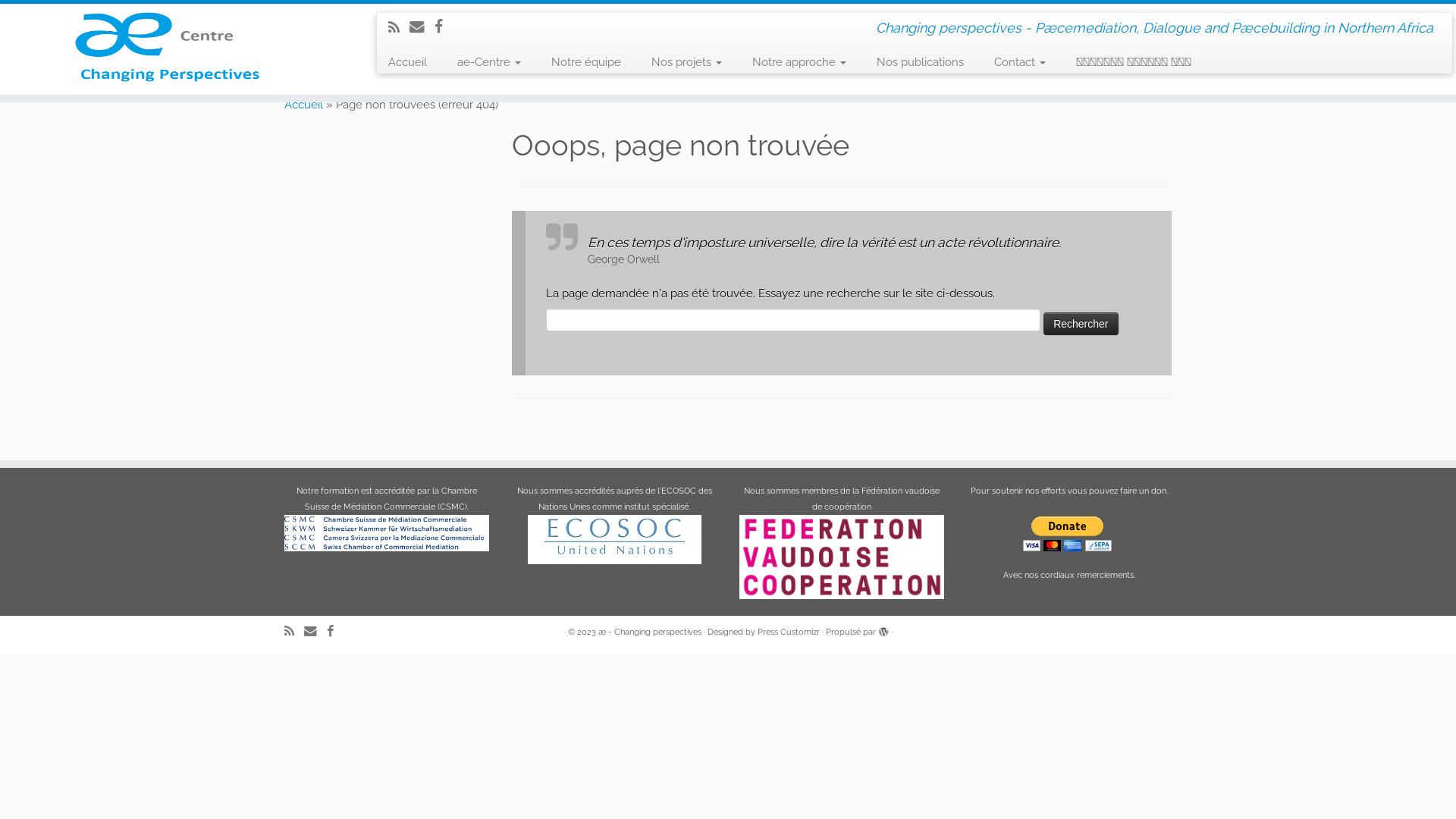 The width and height of the screenshot is (1456, 819). Describe the element at coordinates (294, 631) in the screenshot. I see `'Abonnez-vous au flux rss'` at that location.